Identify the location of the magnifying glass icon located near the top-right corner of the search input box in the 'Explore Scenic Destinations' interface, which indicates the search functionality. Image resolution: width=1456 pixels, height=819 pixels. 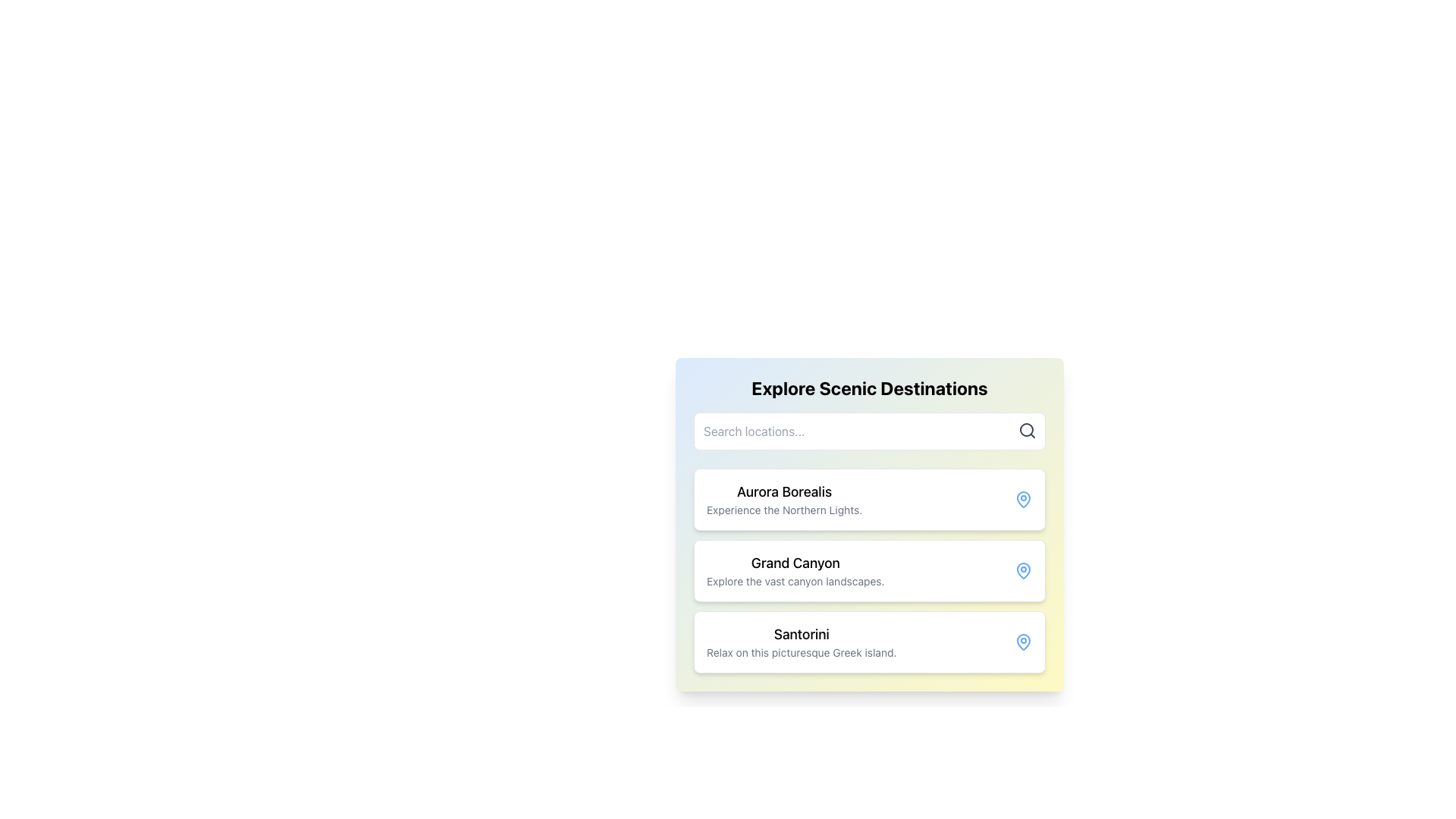
(1026, 430).